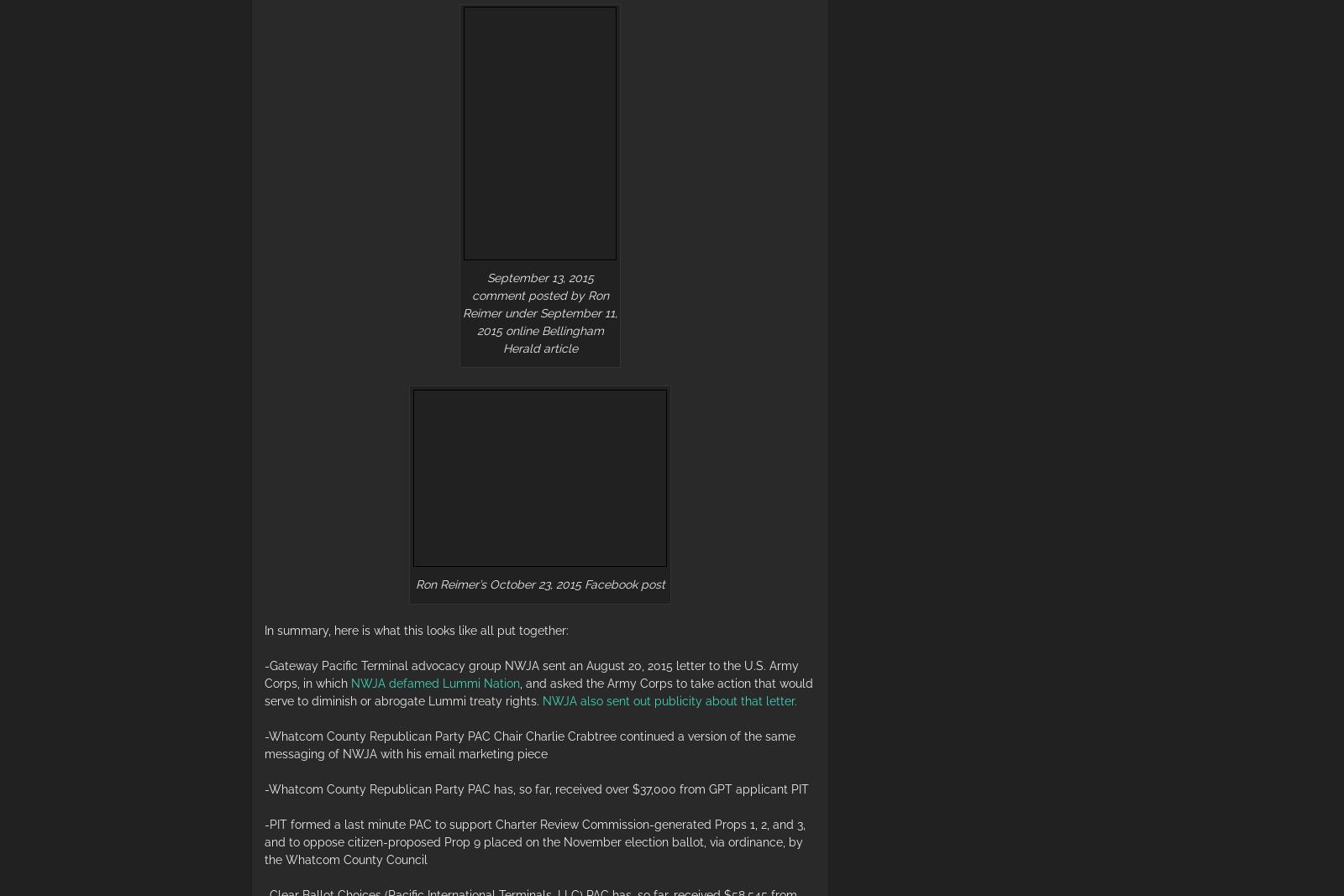 This screenshot has width=1344, height=896. What do you see at coordinates (265, 743) in the screenshot?
I see `'-Whatcom County Republican Party PAC Chair Charlie Crabtree continued a version of the same messaging of NWJA with his email marketing piece'` at bounding box center [265, 743].